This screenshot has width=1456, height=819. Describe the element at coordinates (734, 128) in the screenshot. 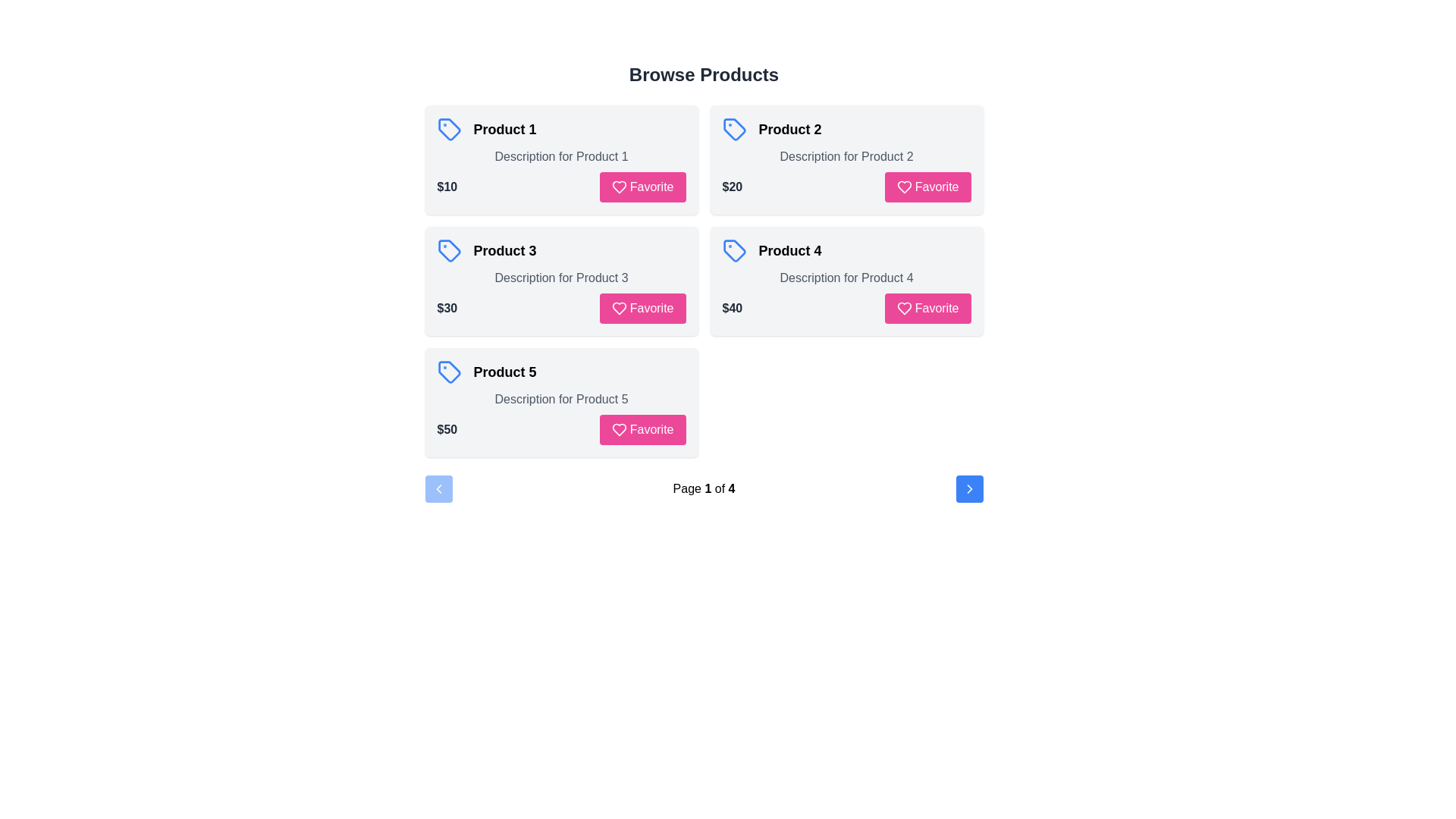

I see `the decorative icon located at the top-left corner of the panel associated with 'Product 2', positioned in the second column and first row of the grid layout` at that location.